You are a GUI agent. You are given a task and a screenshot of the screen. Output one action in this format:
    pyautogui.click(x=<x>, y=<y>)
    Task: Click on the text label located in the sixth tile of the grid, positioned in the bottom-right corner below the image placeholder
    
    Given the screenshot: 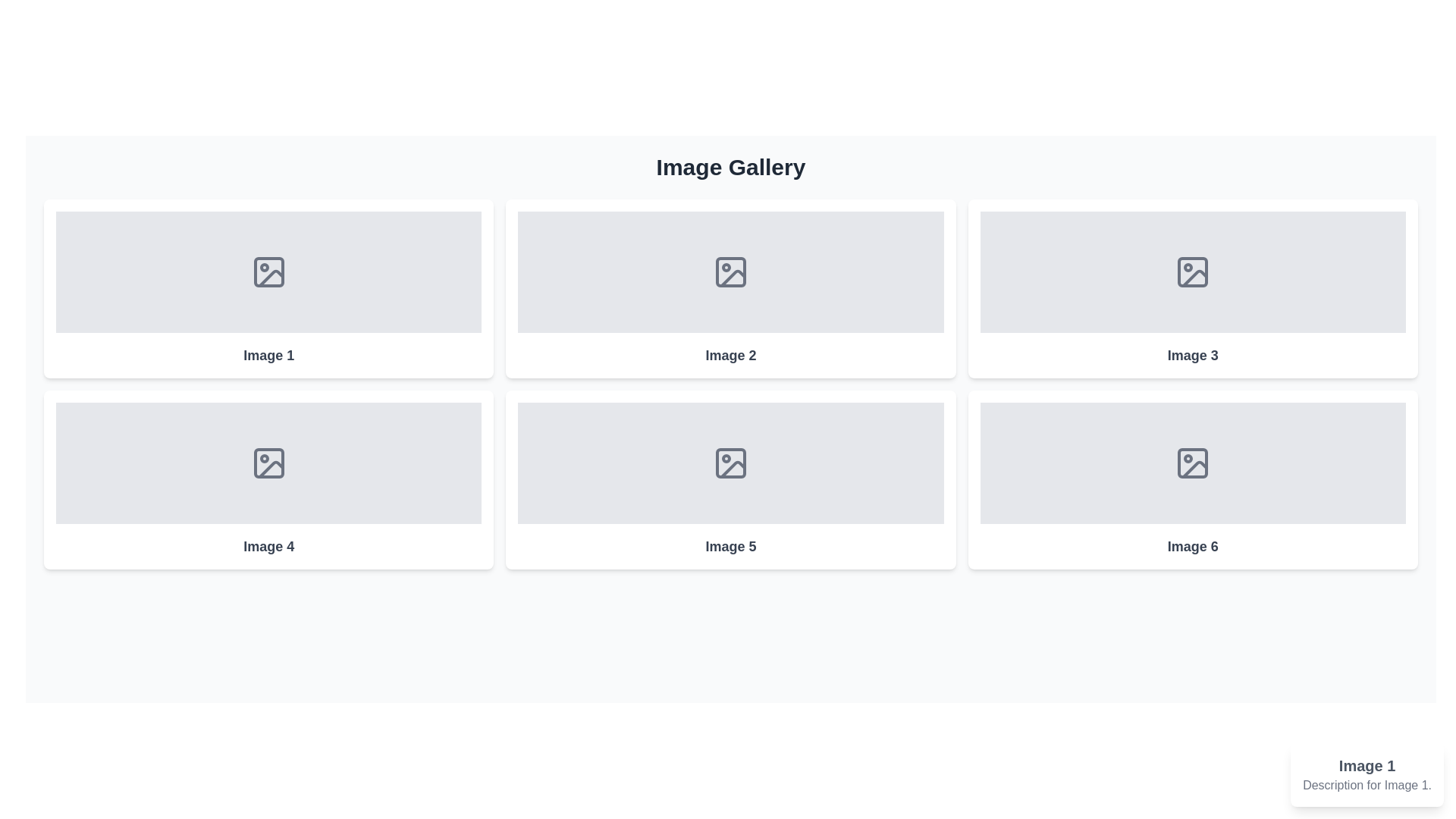 What is the action you would take?
    pyautogui.click(x=1192, y=547)
    